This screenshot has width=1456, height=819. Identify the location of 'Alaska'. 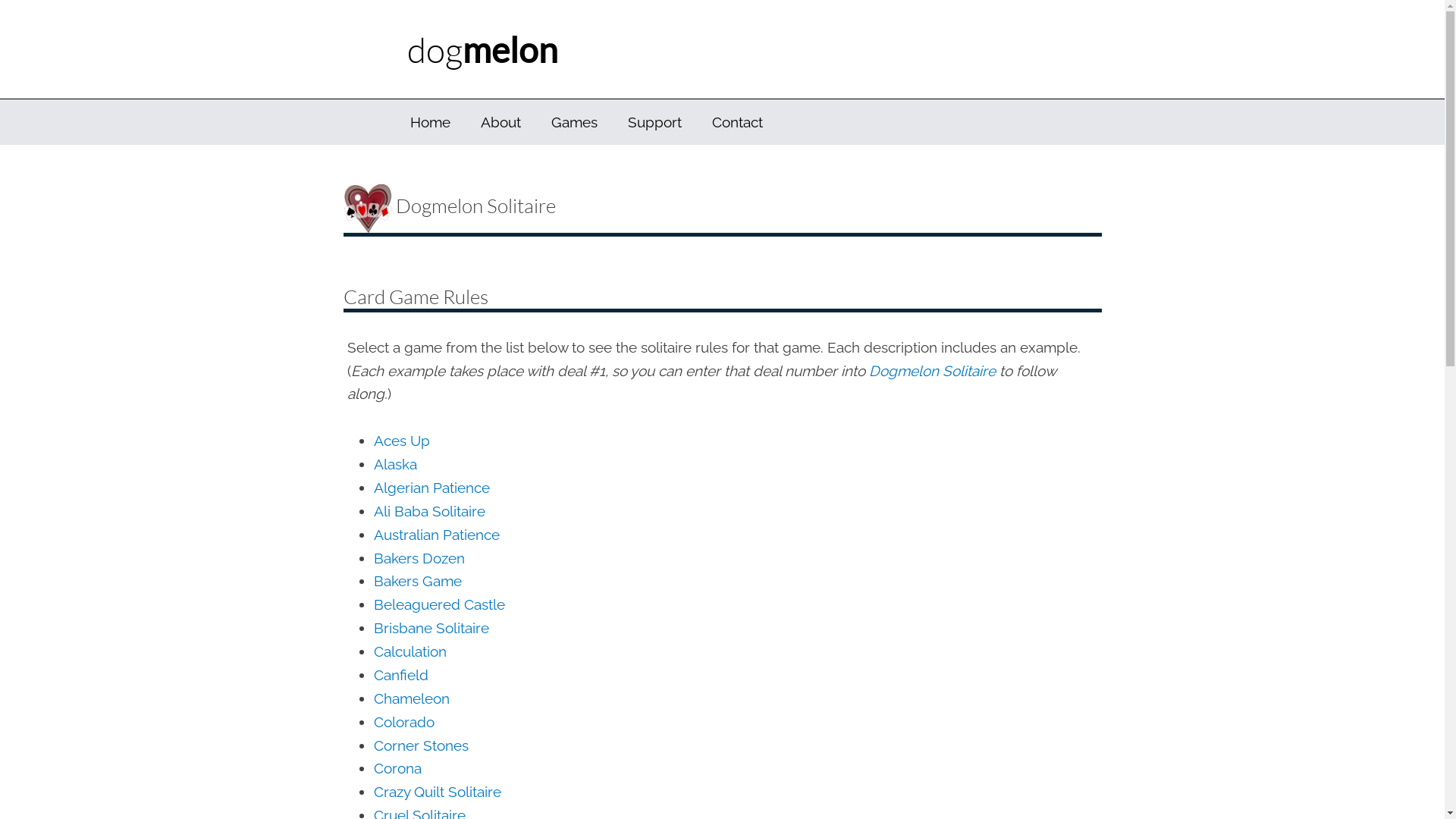
(394, 463).